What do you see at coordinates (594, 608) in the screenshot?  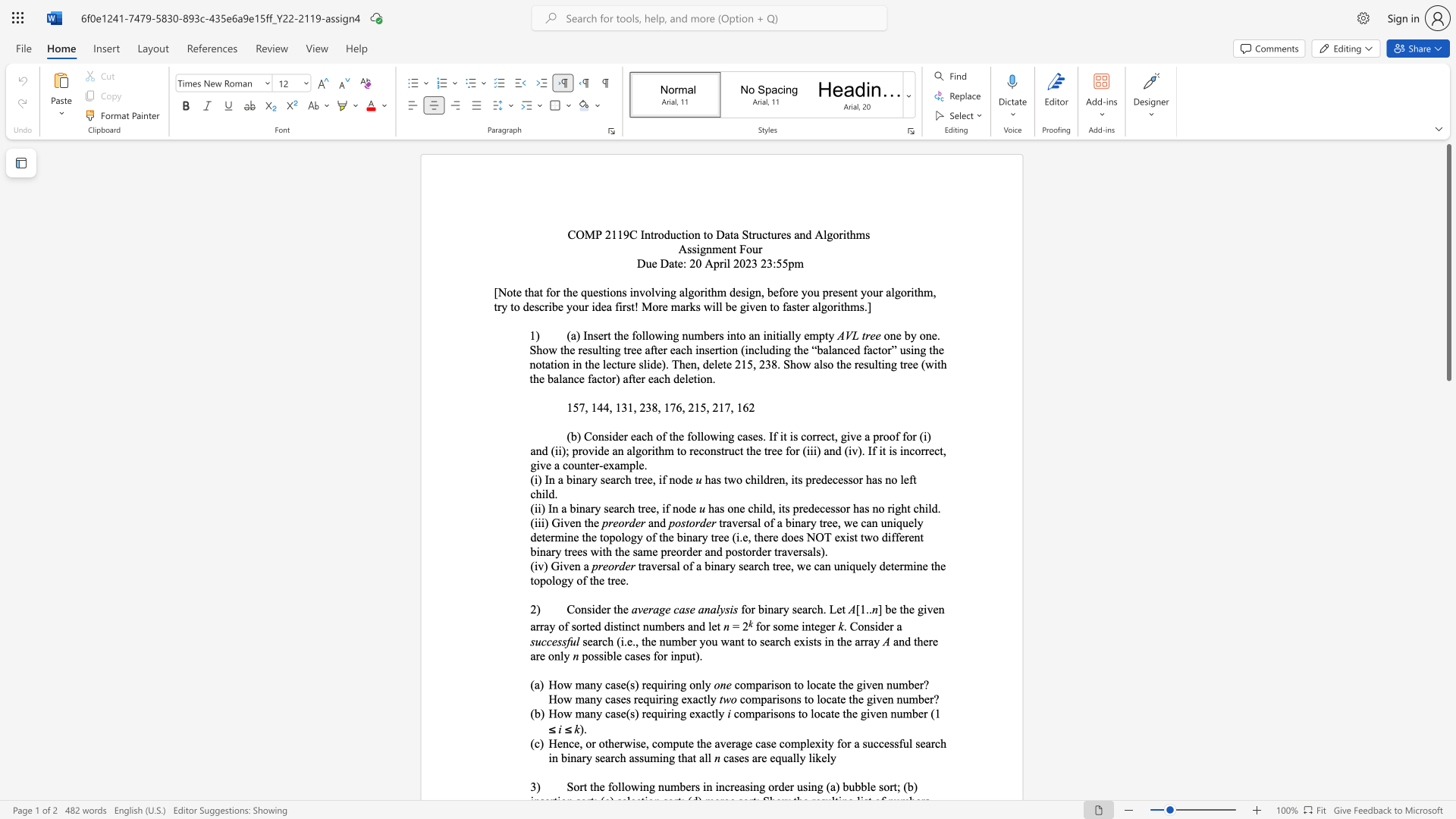 I see `the subset text "der" within the text "Consider the"` at bounding box center [594, 608].